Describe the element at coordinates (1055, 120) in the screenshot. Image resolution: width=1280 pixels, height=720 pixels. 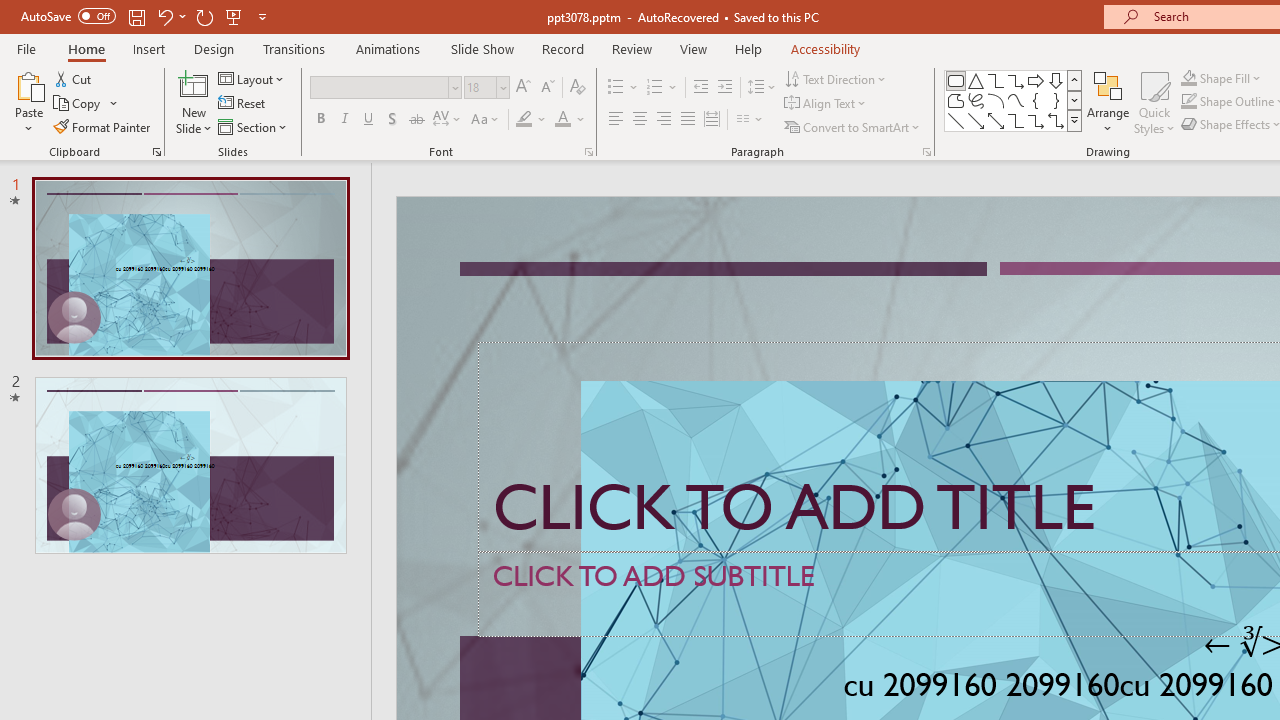
I see `'Connector: Elbow Double-Arrow'` at that location.